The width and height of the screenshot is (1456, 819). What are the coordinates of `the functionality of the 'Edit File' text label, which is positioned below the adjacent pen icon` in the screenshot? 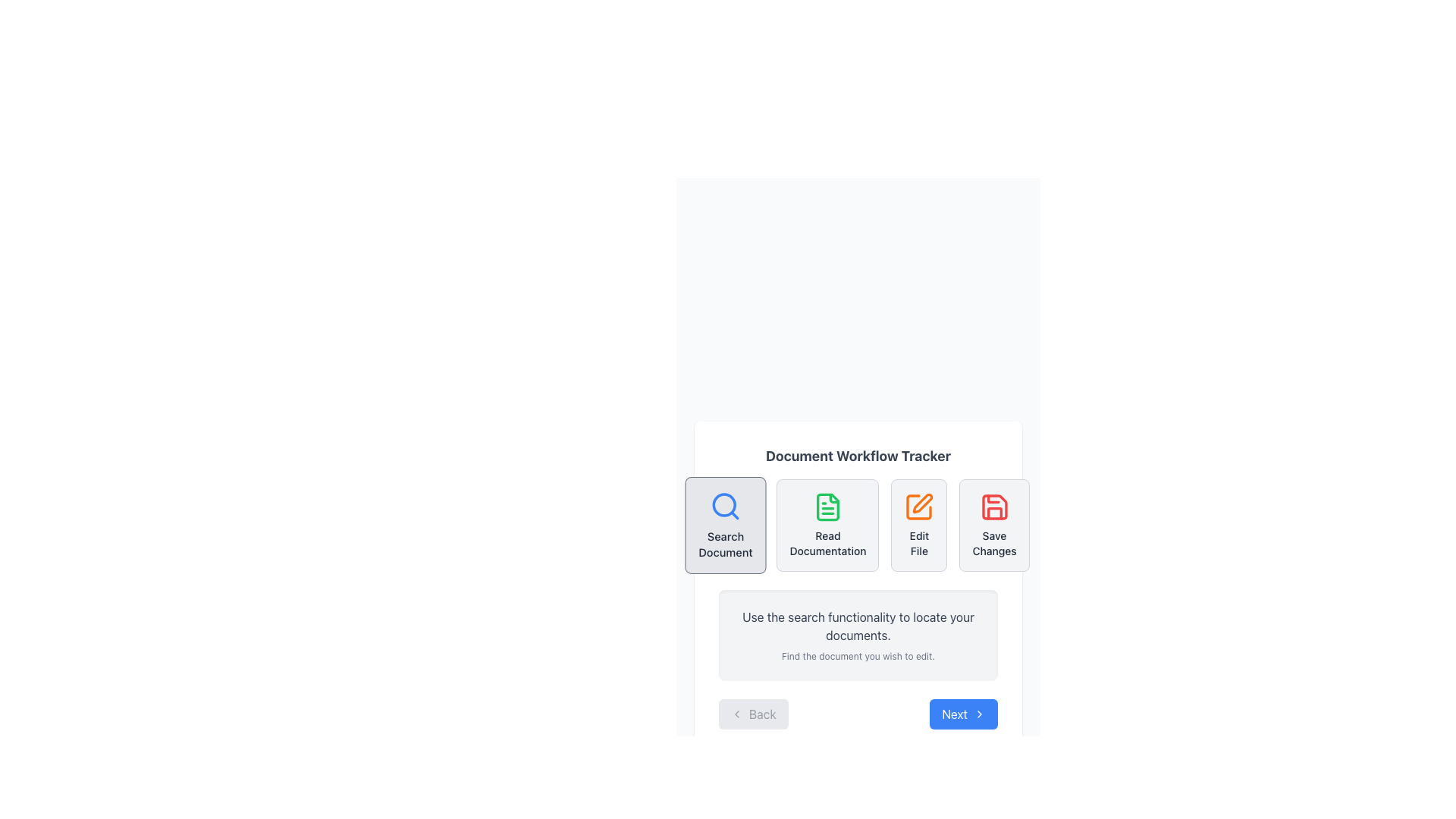 It's located at (918, 543).